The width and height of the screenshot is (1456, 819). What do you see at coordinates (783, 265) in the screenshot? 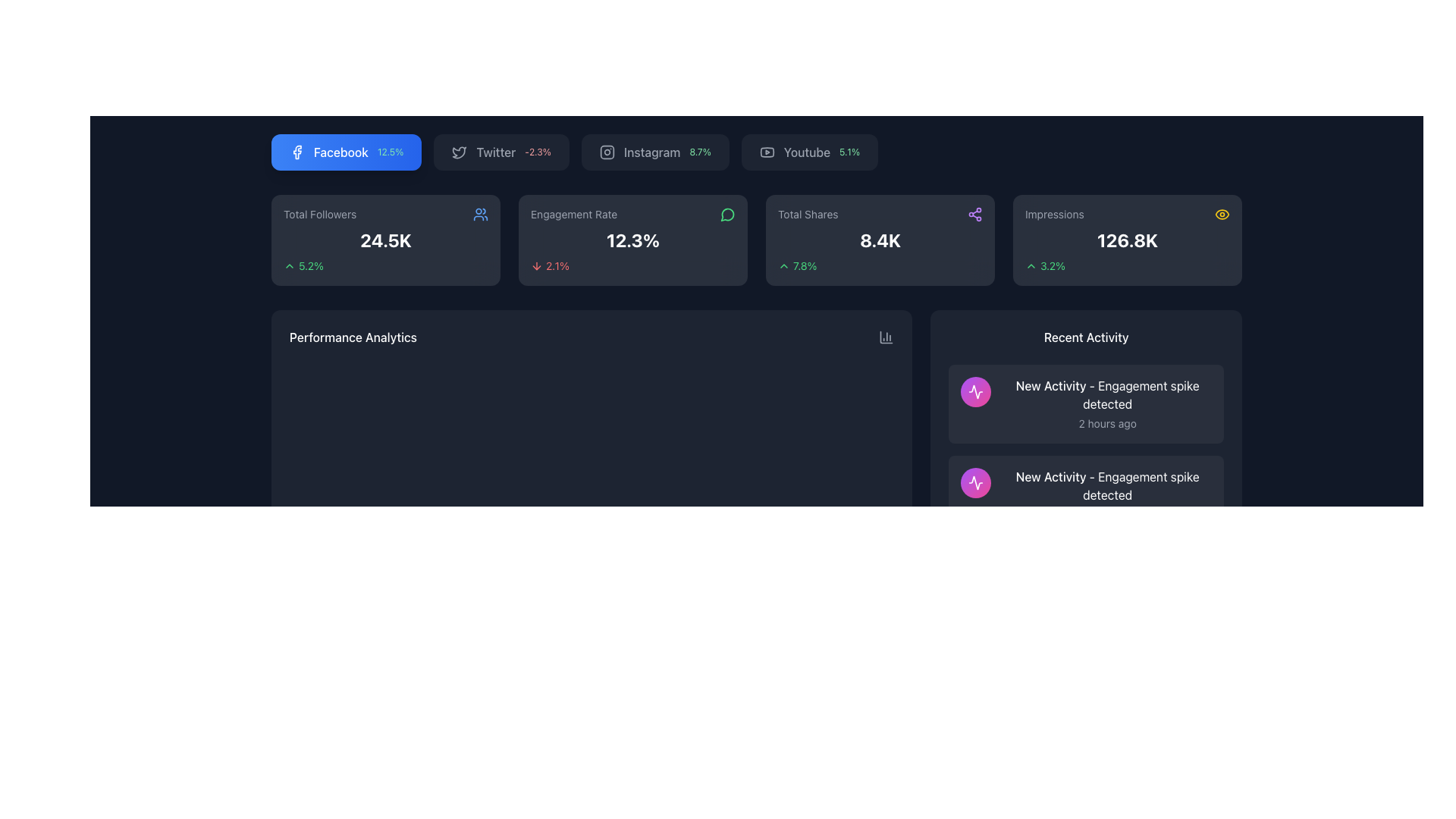
I see `the Upward Chevron icon that indicates growth in the adjacent metric, positioned before the percentage value (7.8%) in green` at bounding box center [783, 265].